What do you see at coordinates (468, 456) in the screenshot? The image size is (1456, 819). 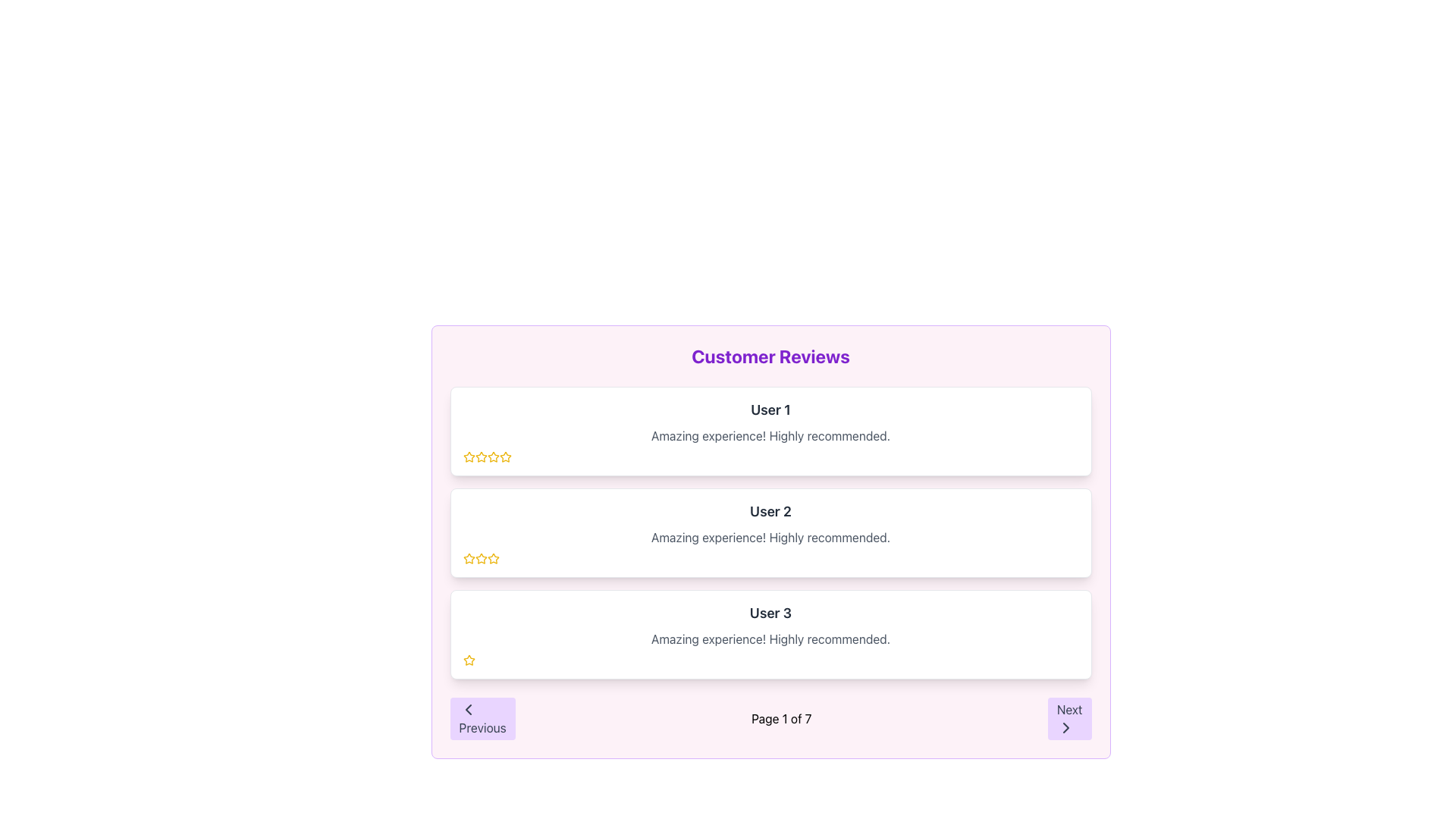 I see `the first rating star icon in User 1's review, which is a yellow outlined star with a transparent center` at bounding box center [468, 456].